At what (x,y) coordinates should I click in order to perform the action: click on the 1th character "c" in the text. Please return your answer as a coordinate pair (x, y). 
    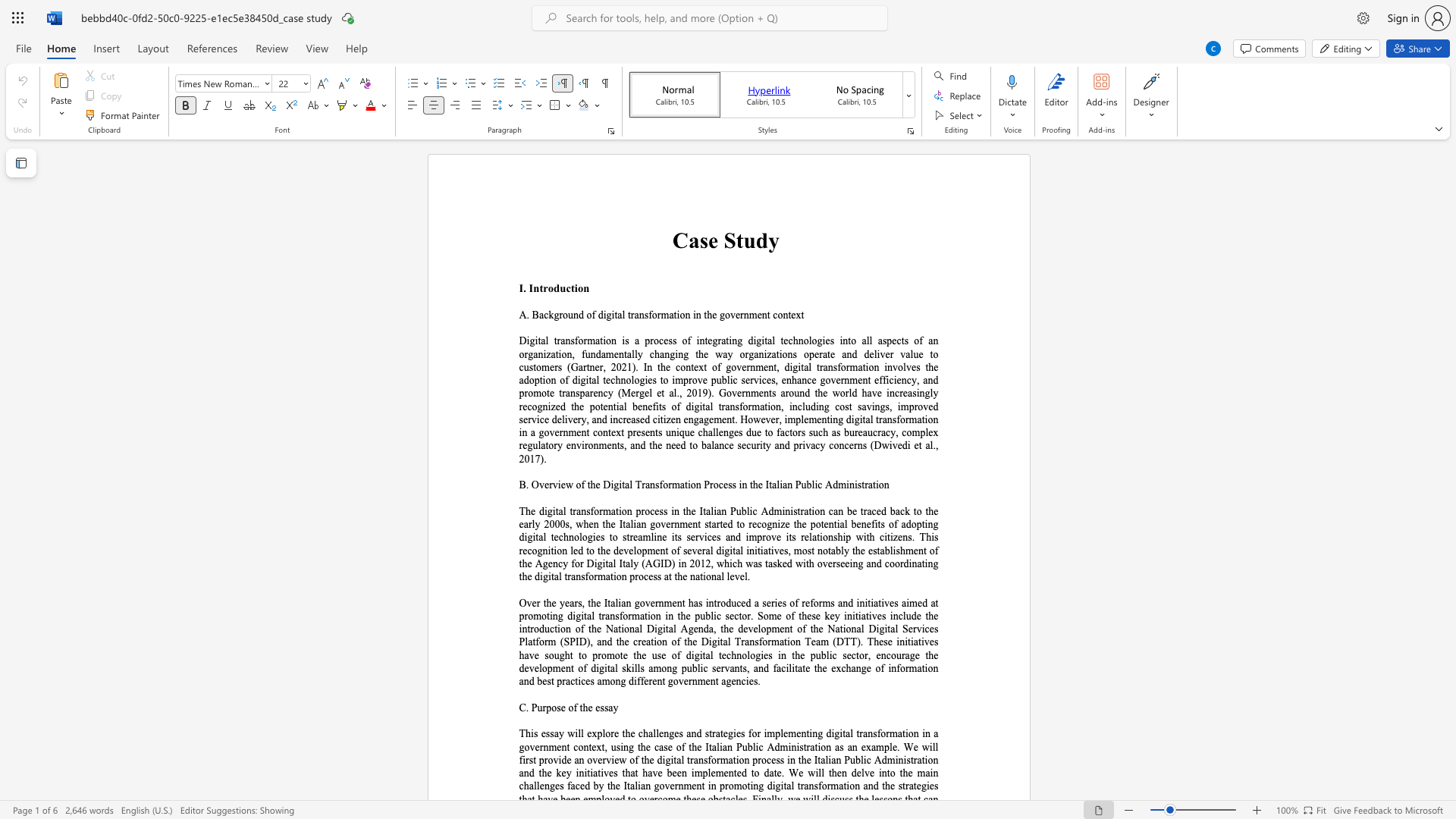
    Looking at the image, I should click on (646, 576).